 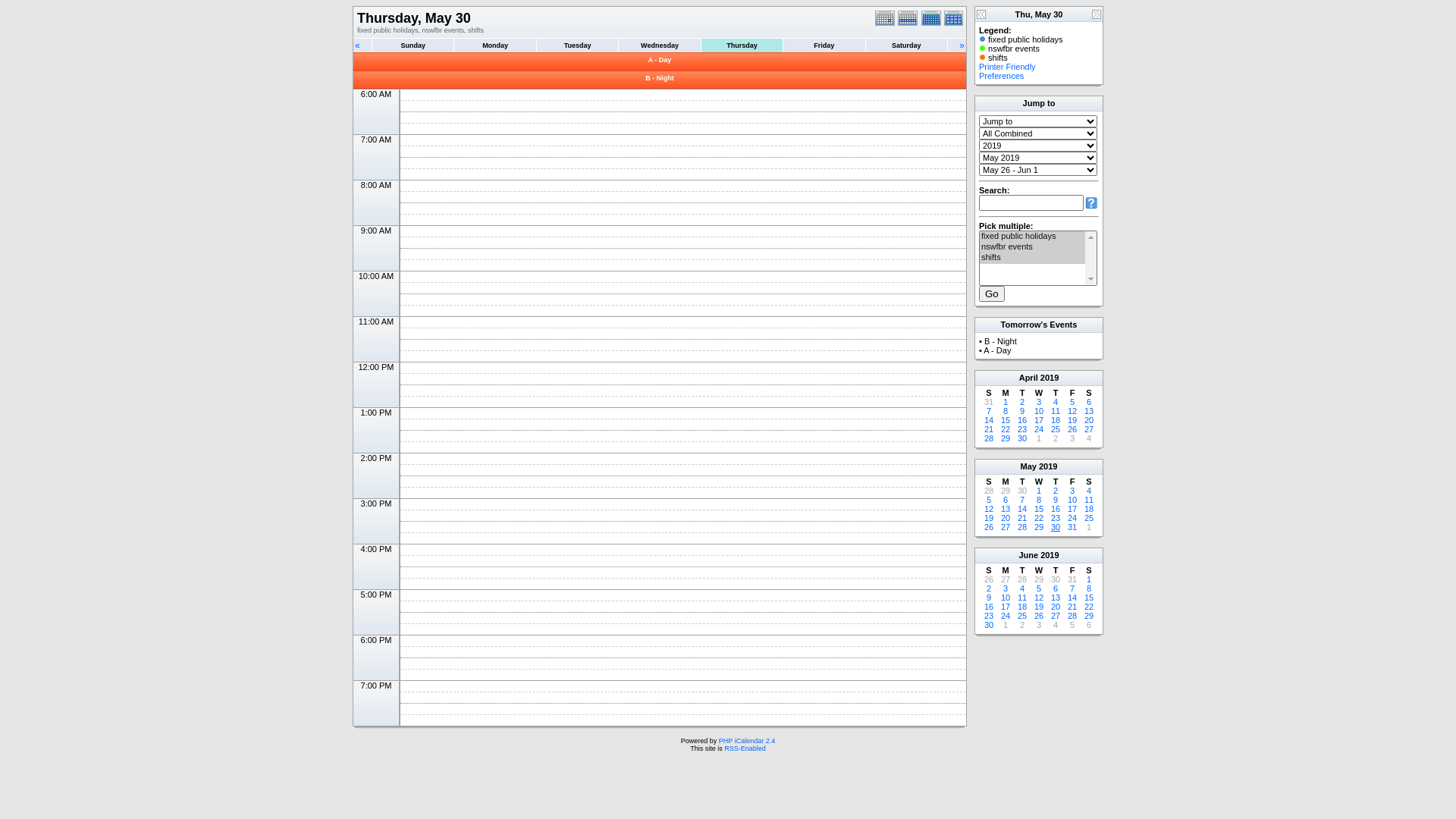 I want to click on 'Day', so click(x=886, y=17).